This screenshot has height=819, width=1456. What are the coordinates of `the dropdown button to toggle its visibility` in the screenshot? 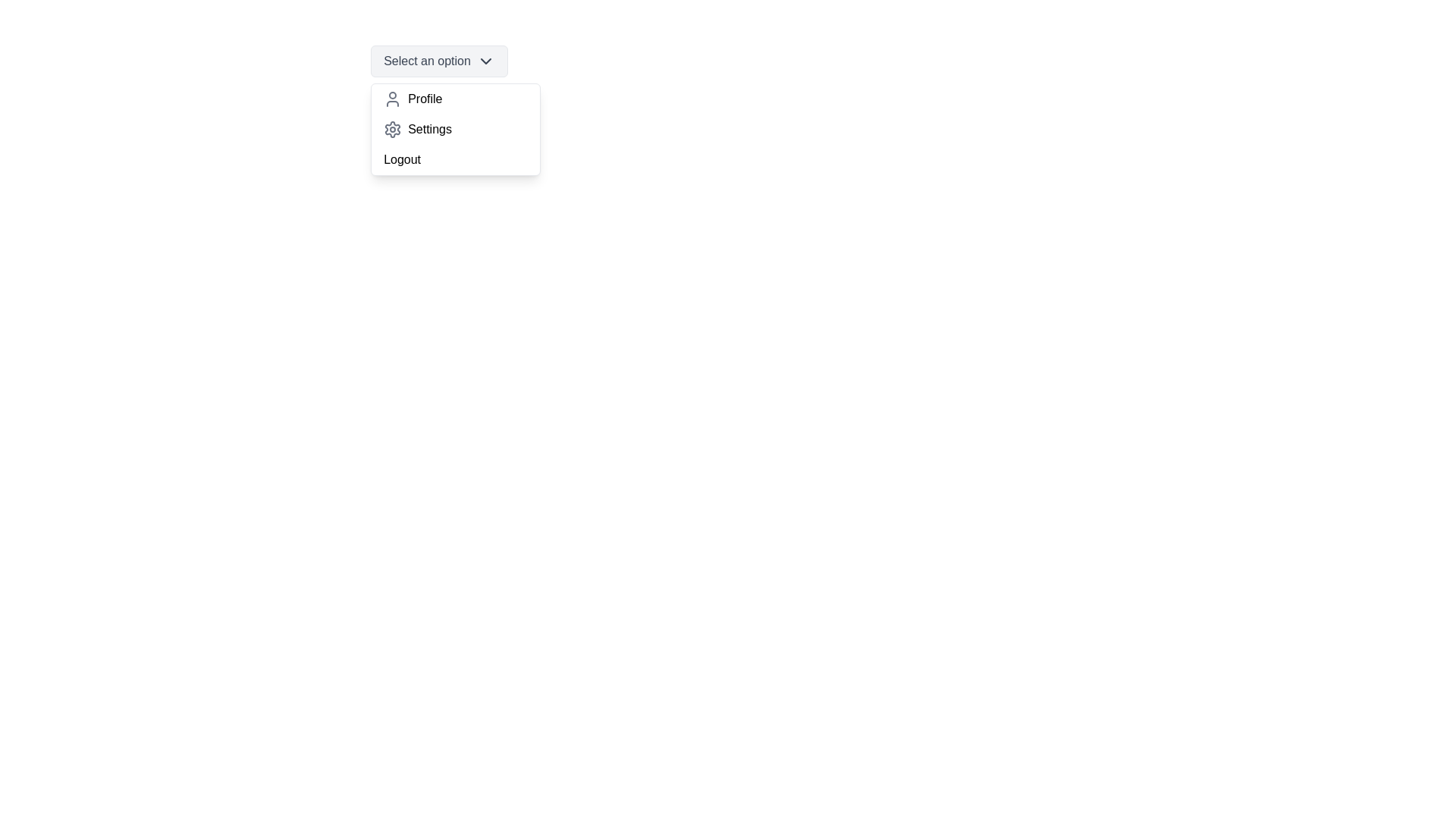 It's located at (438, 61).